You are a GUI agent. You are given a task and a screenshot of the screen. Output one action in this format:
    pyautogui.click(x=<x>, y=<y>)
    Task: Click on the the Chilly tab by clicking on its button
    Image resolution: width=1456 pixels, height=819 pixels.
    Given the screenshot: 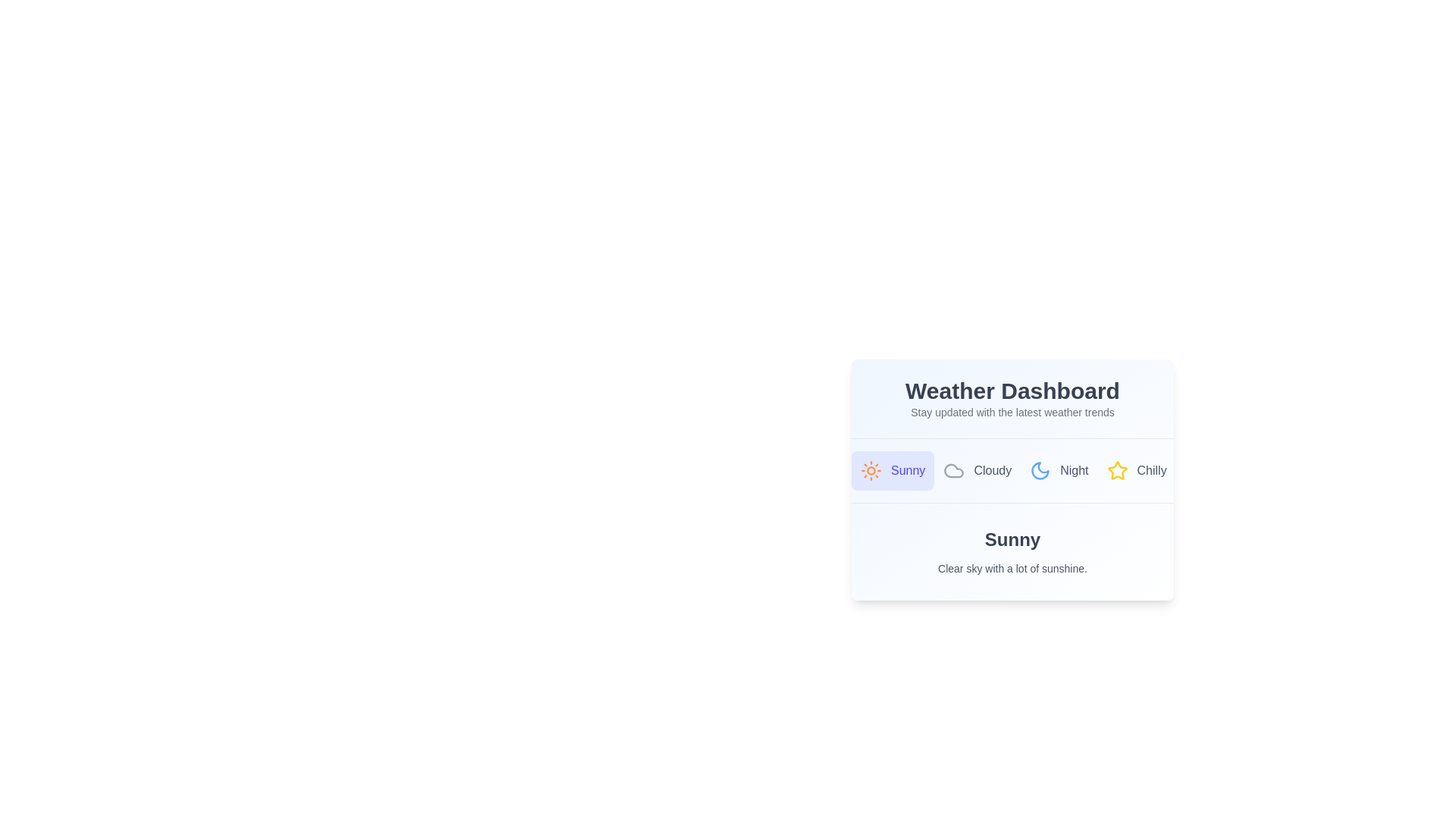 What is the action you would take?
    pyautogui.click(x=1137, y=470)
    